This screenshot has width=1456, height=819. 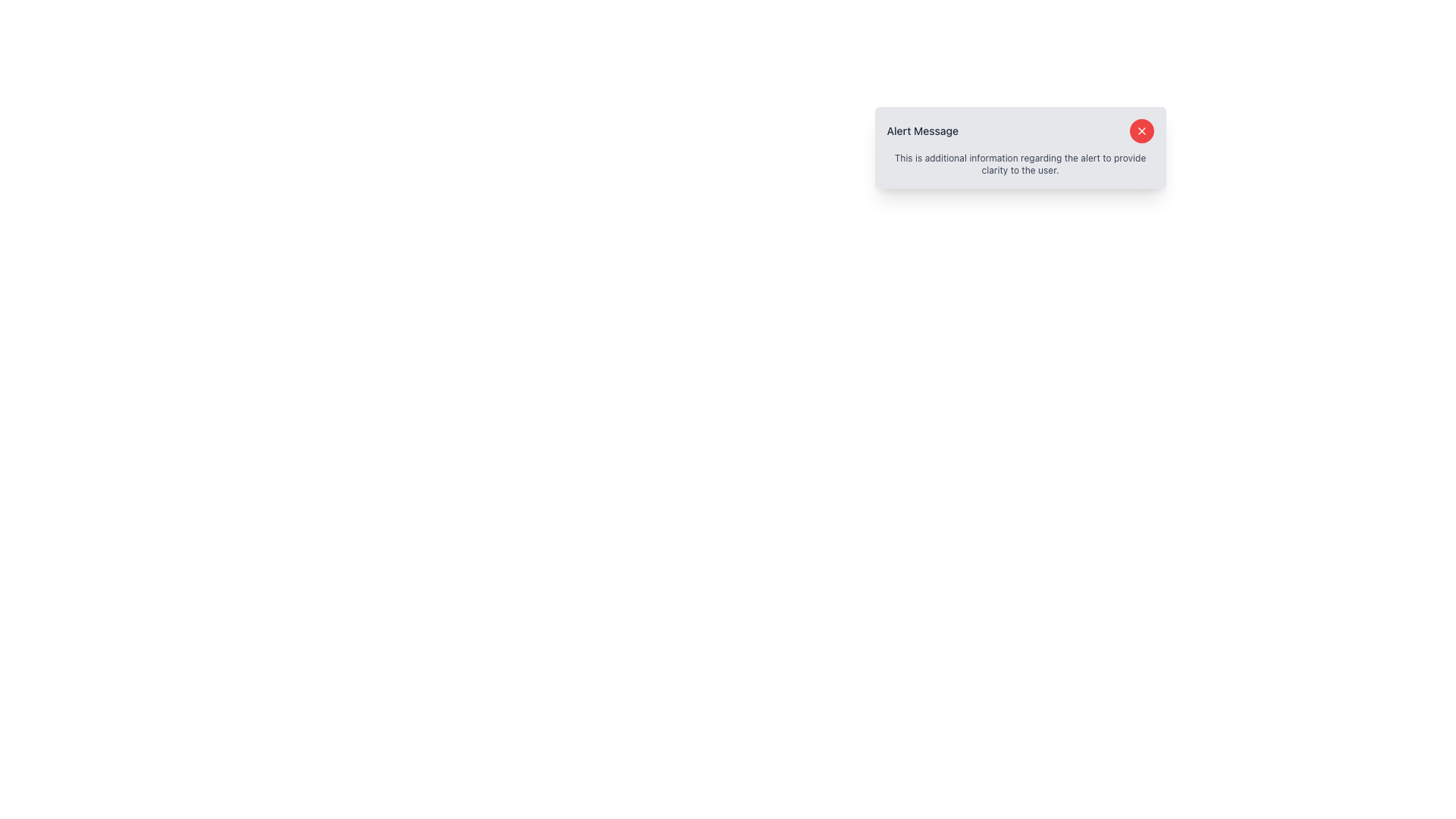 What do you see at coordinates (921, 130) in the screenshot?
I see `the header text of the notification card, which is located at the top left of the component, preceding a red circular close button` at bounding box center [921, 130].